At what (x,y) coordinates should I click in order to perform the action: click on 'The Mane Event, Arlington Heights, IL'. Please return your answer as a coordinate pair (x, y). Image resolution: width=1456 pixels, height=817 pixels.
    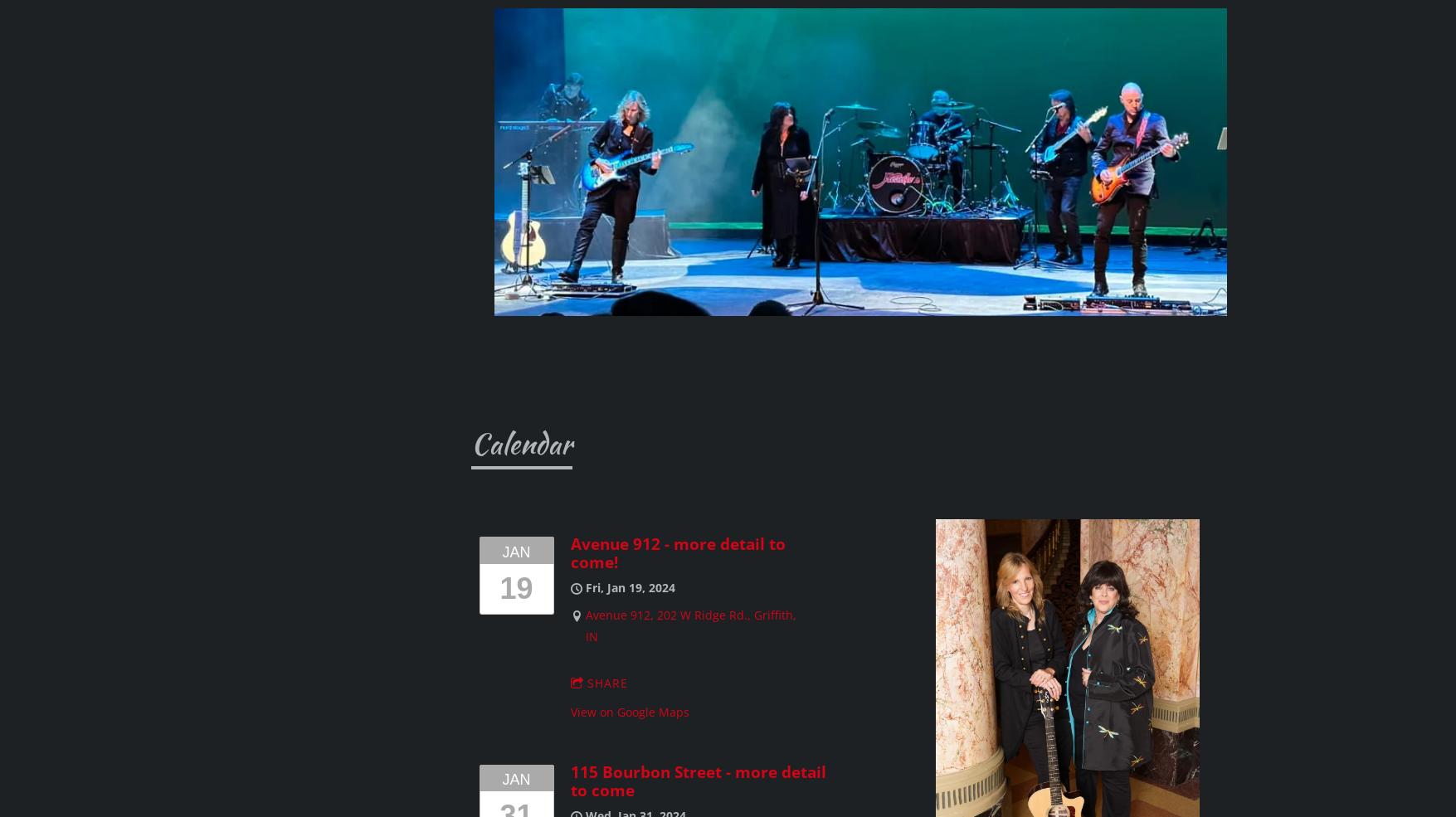
    Looking at the image, I should click on (627, 721).